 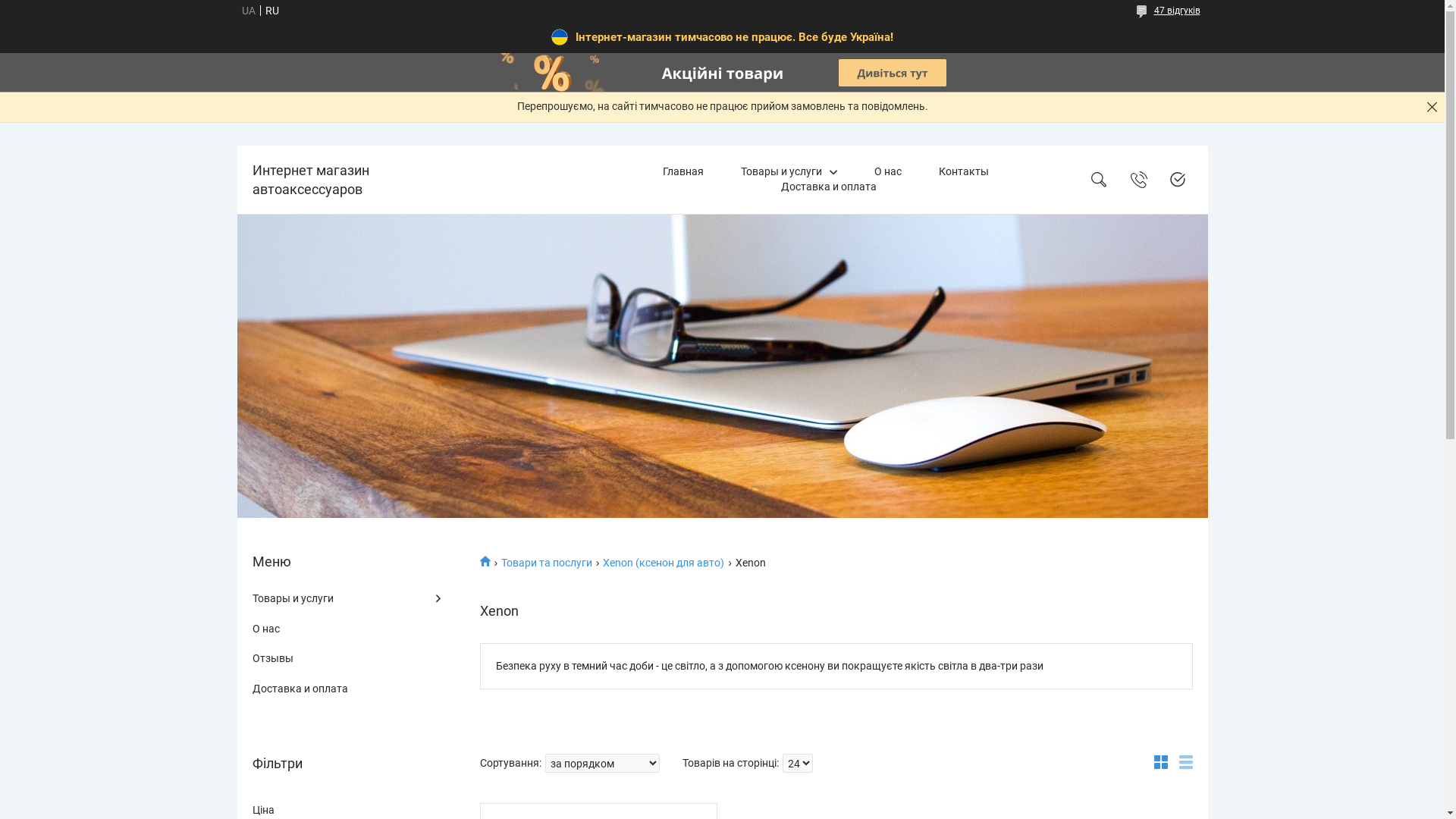 What do you see at coordinates (247, 11) in the screenshot?
I see `'UA'` at bounding box center [247, 11].